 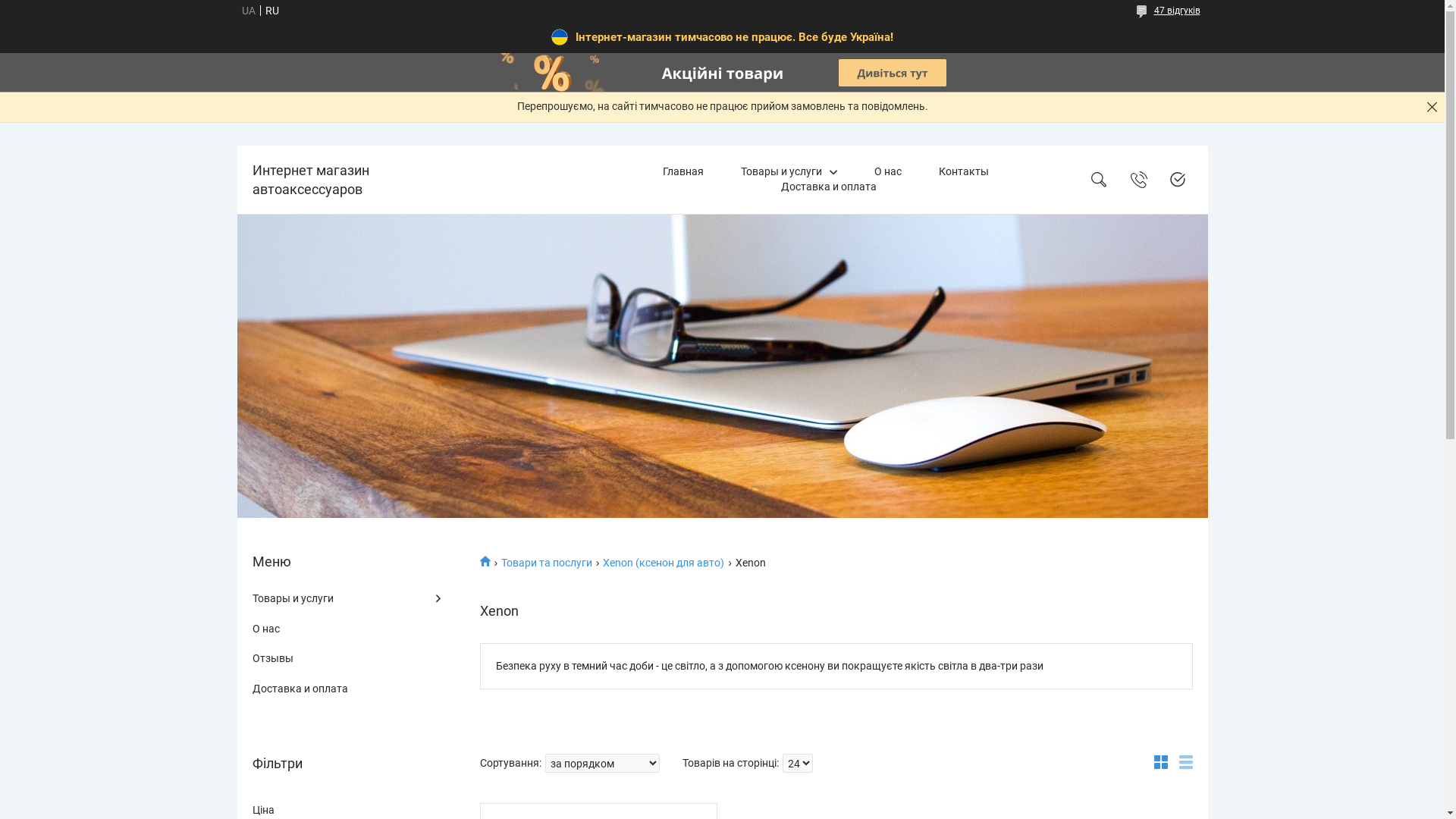 What do you see at coordinates (247, 11) in the screenshot?
I see `'UA'` at bounding box center [247, 11].